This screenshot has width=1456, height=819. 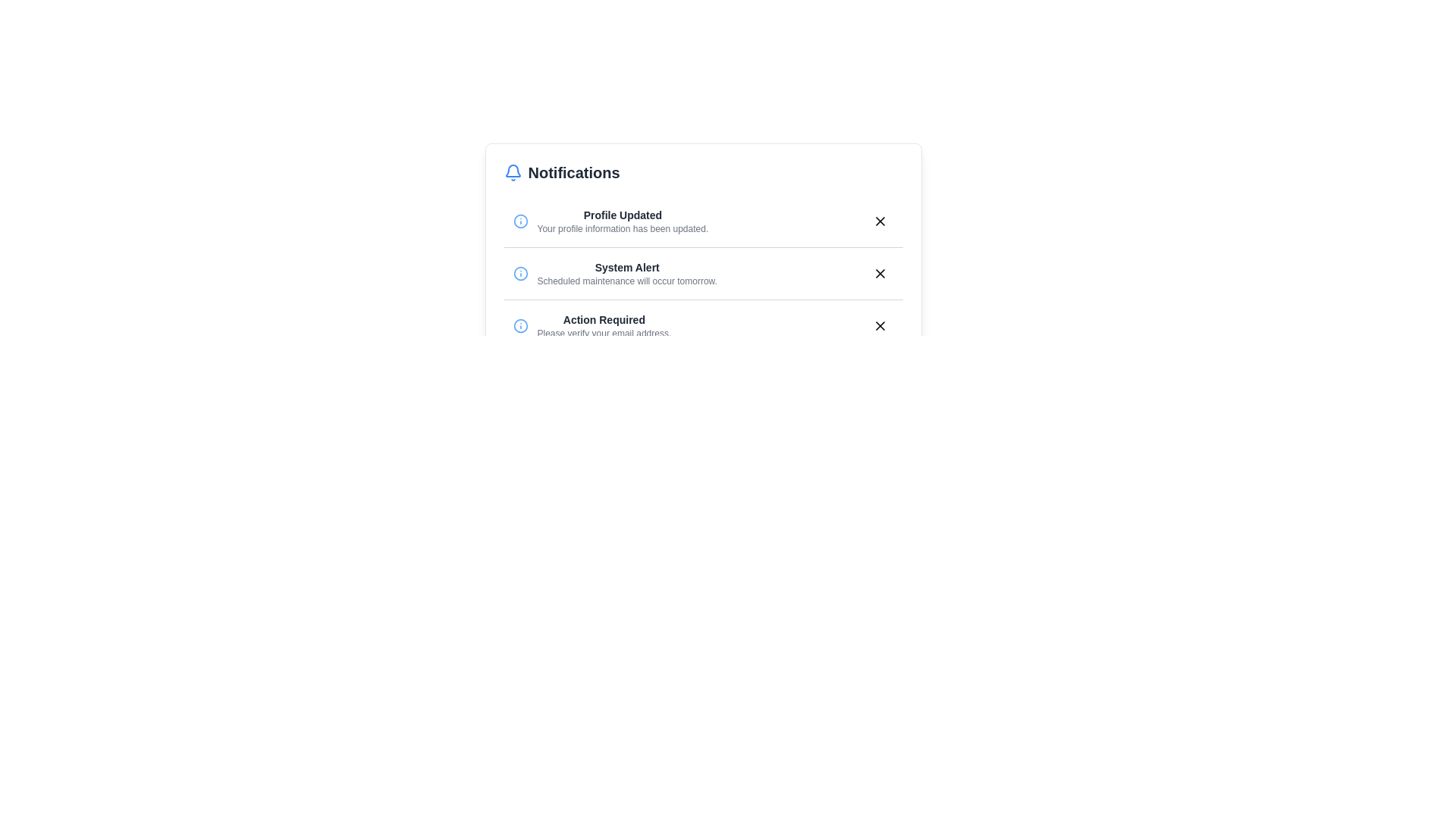 I want to click on the 'Notifications' header with bell icon located at the top-left of the notification panel, so click(x=561, y=171).